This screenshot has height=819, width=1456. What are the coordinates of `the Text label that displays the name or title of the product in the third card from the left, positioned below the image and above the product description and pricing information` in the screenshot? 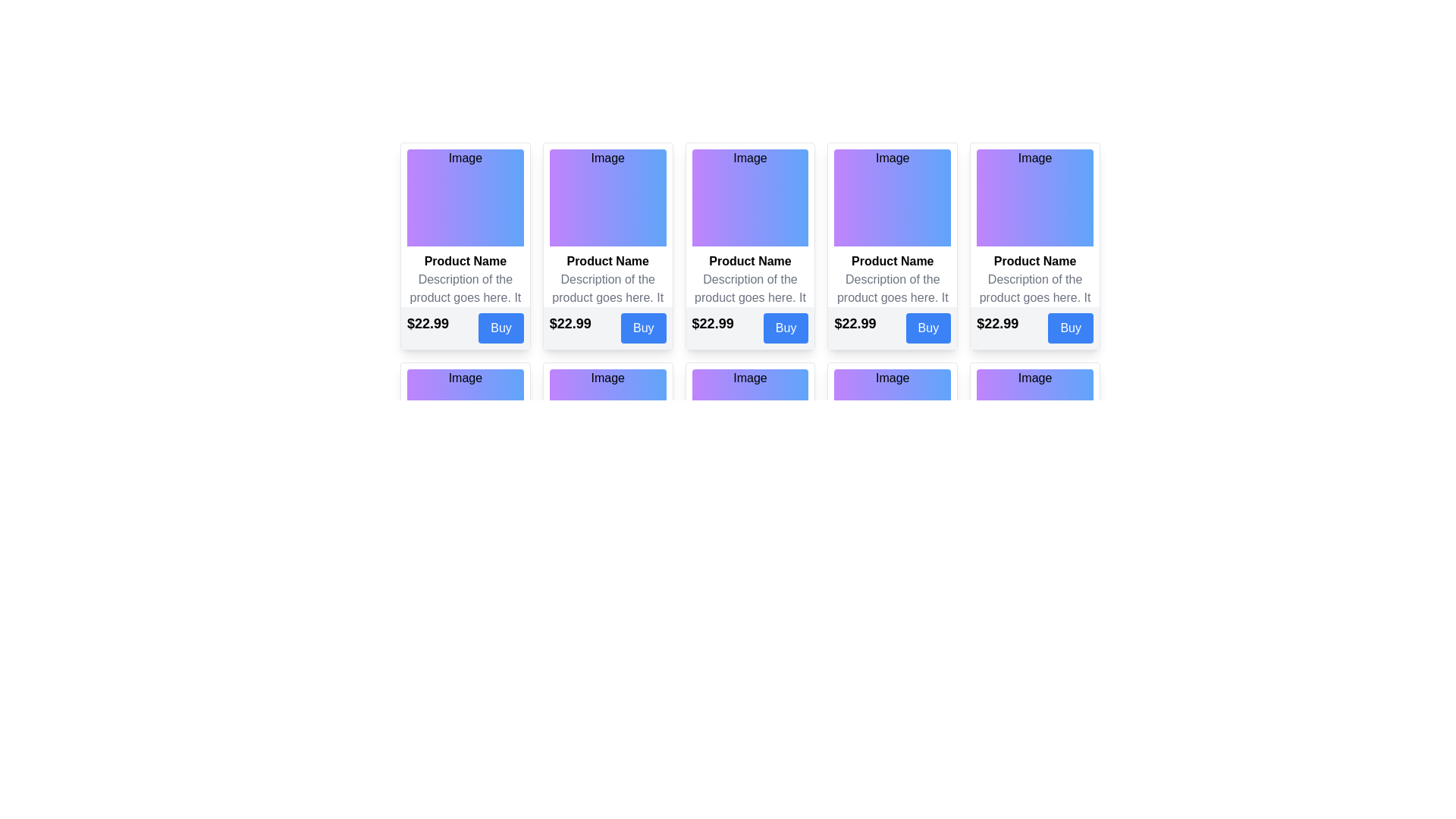 It's located at (750, 260).